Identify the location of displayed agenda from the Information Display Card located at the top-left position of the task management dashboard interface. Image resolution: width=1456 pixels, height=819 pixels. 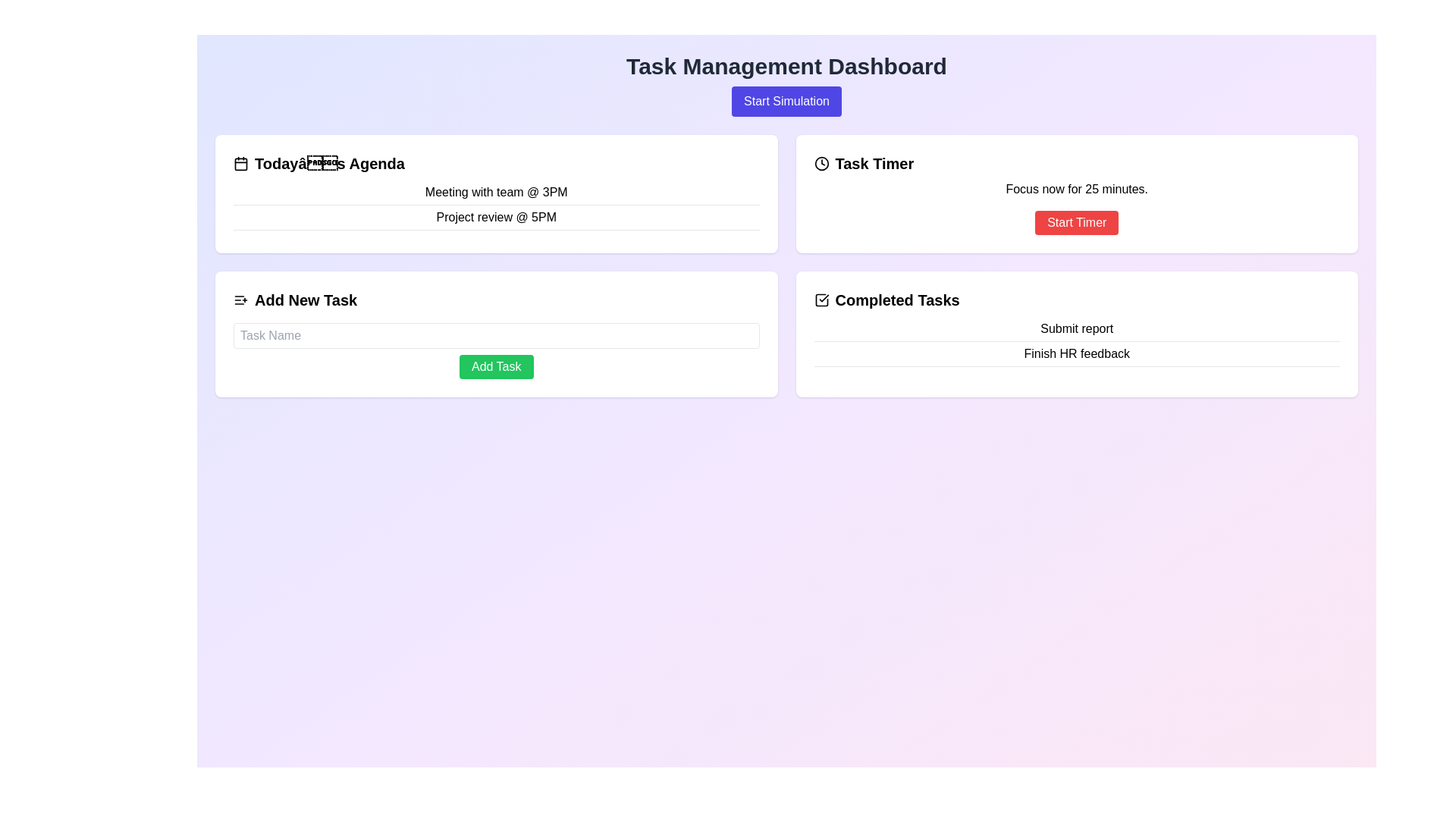
(496, 193).